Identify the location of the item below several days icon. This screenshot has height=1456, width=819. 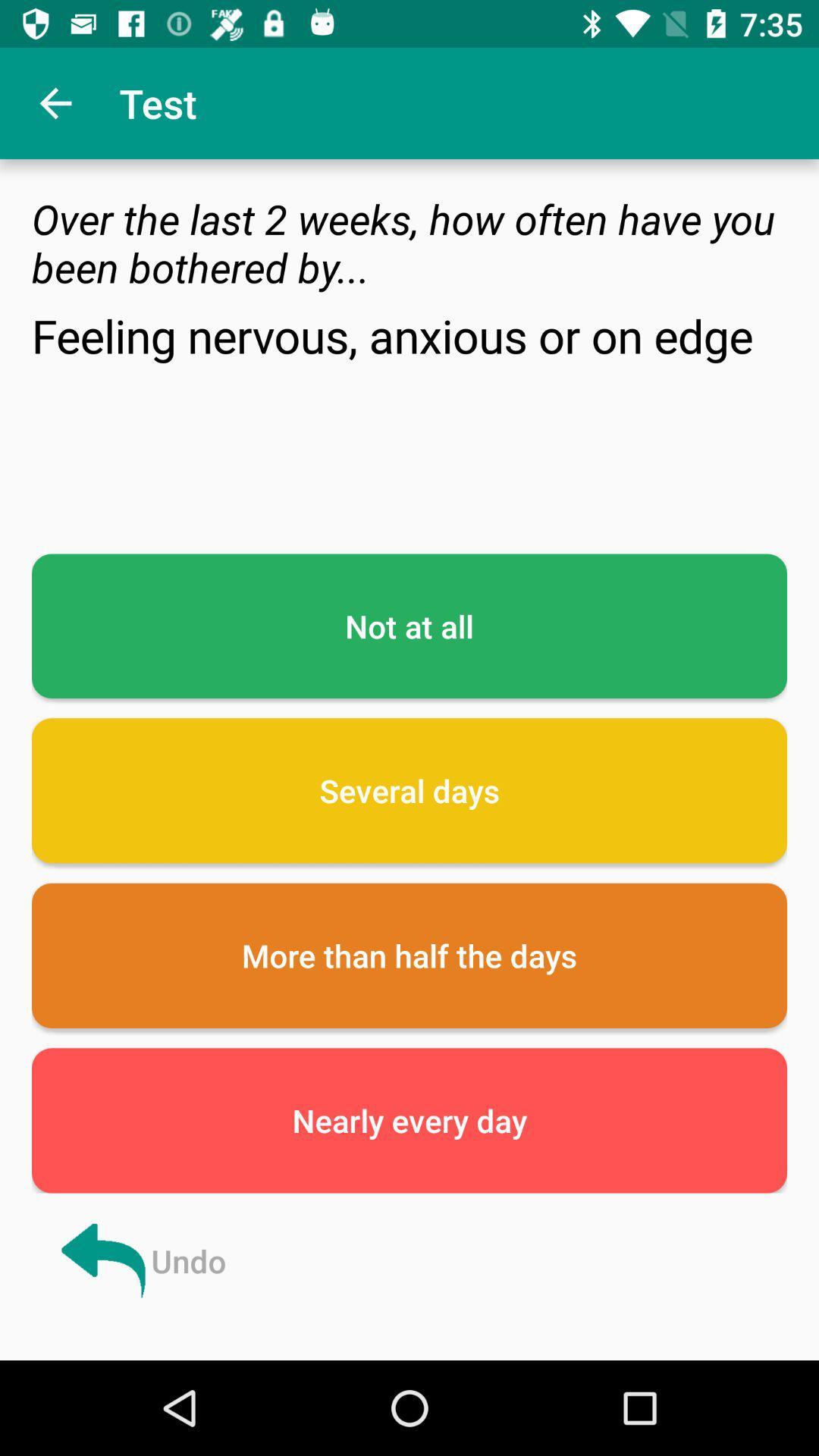
(409, 955).